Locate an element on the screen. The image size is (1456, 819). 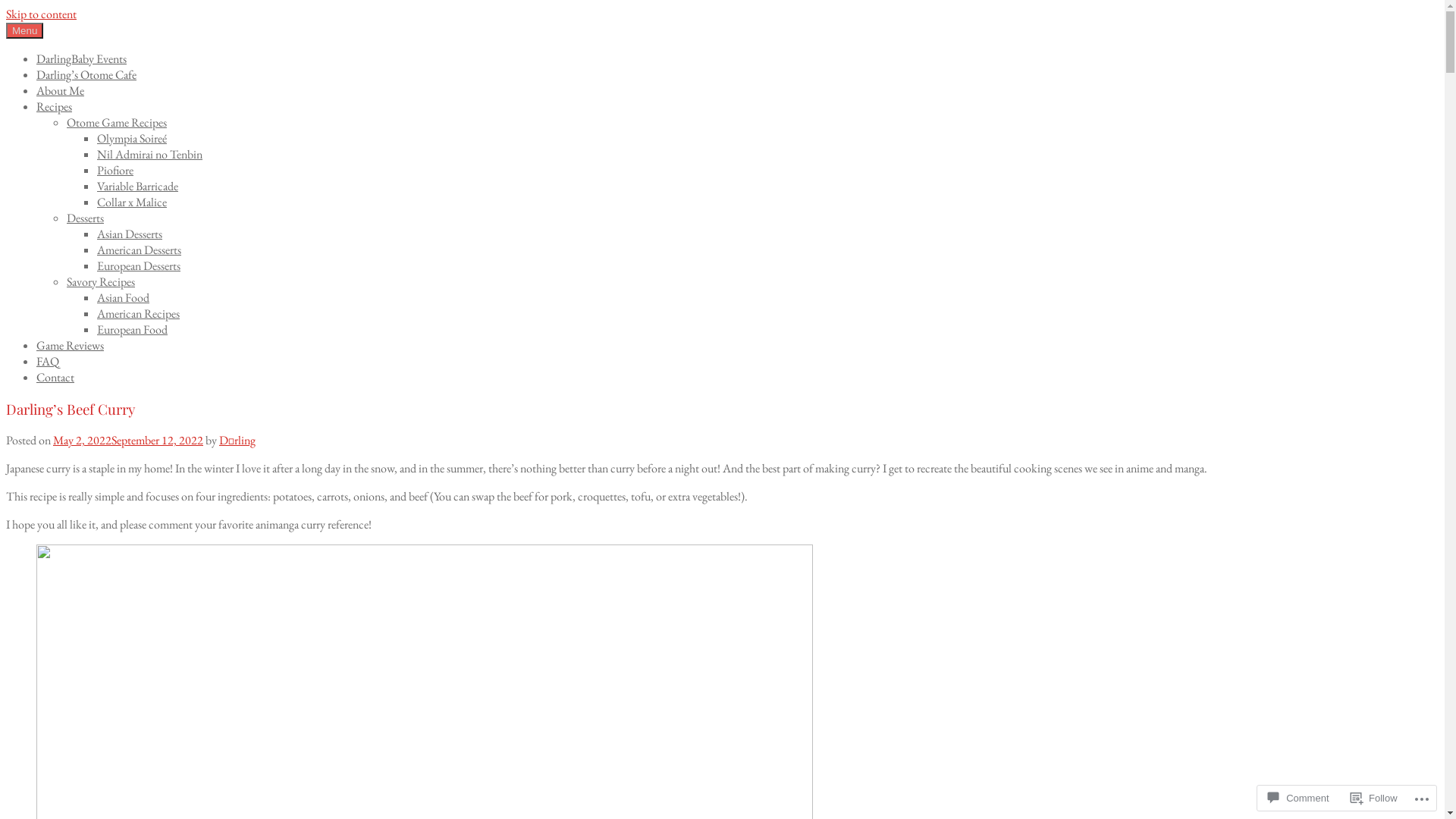
'Recipes' is located at coordinates (36, 105).